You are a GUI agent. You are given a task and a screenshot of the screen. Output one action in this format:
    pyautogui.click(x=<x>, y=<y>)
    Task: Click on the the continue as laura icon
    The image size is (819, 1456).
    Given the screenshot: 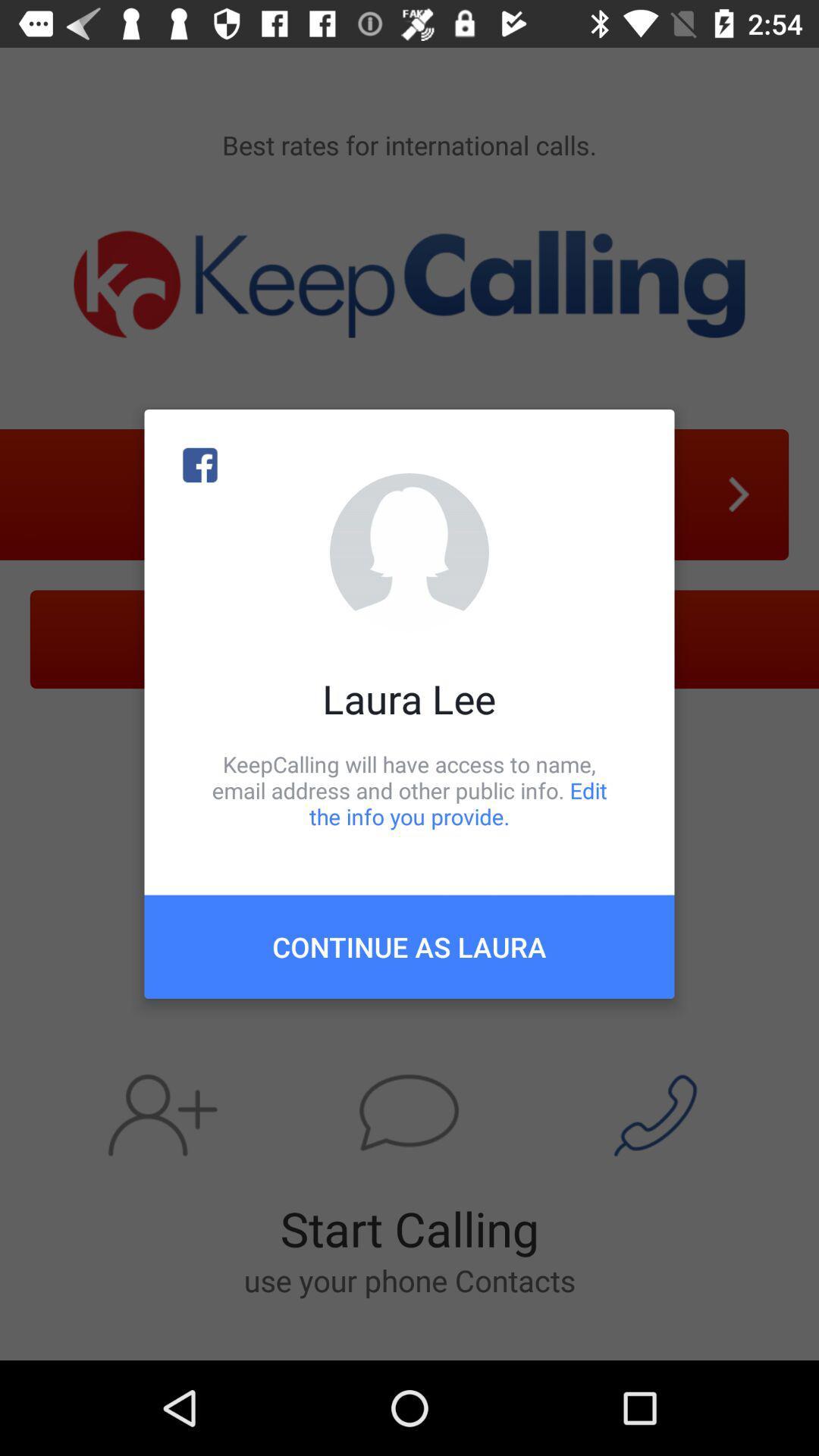 What is the action you would take?
    pyautogui.click(x=409, y=946)
    